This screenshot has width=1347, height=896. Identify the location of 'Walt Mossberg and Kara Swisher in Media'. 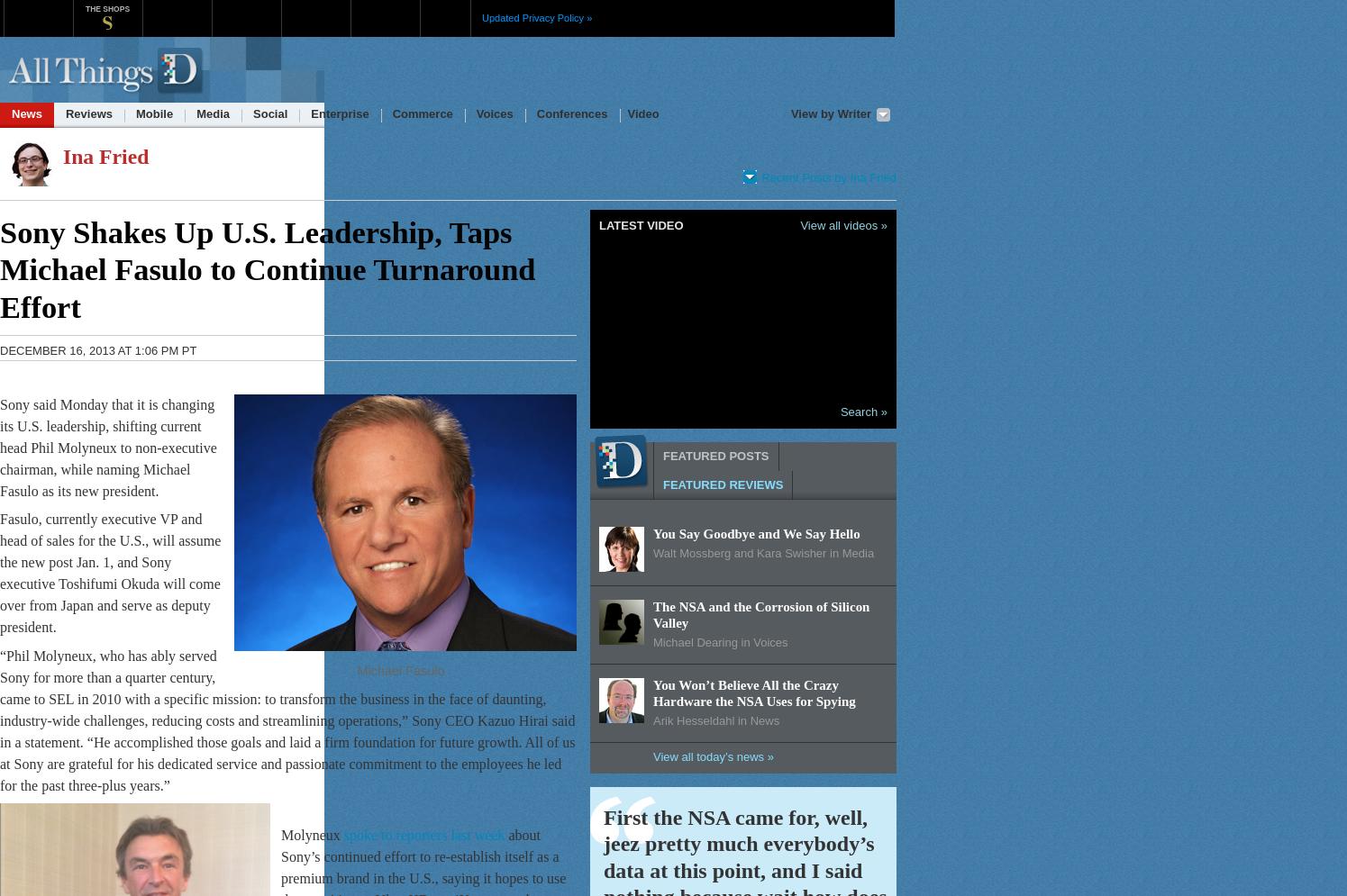
(762, 552).